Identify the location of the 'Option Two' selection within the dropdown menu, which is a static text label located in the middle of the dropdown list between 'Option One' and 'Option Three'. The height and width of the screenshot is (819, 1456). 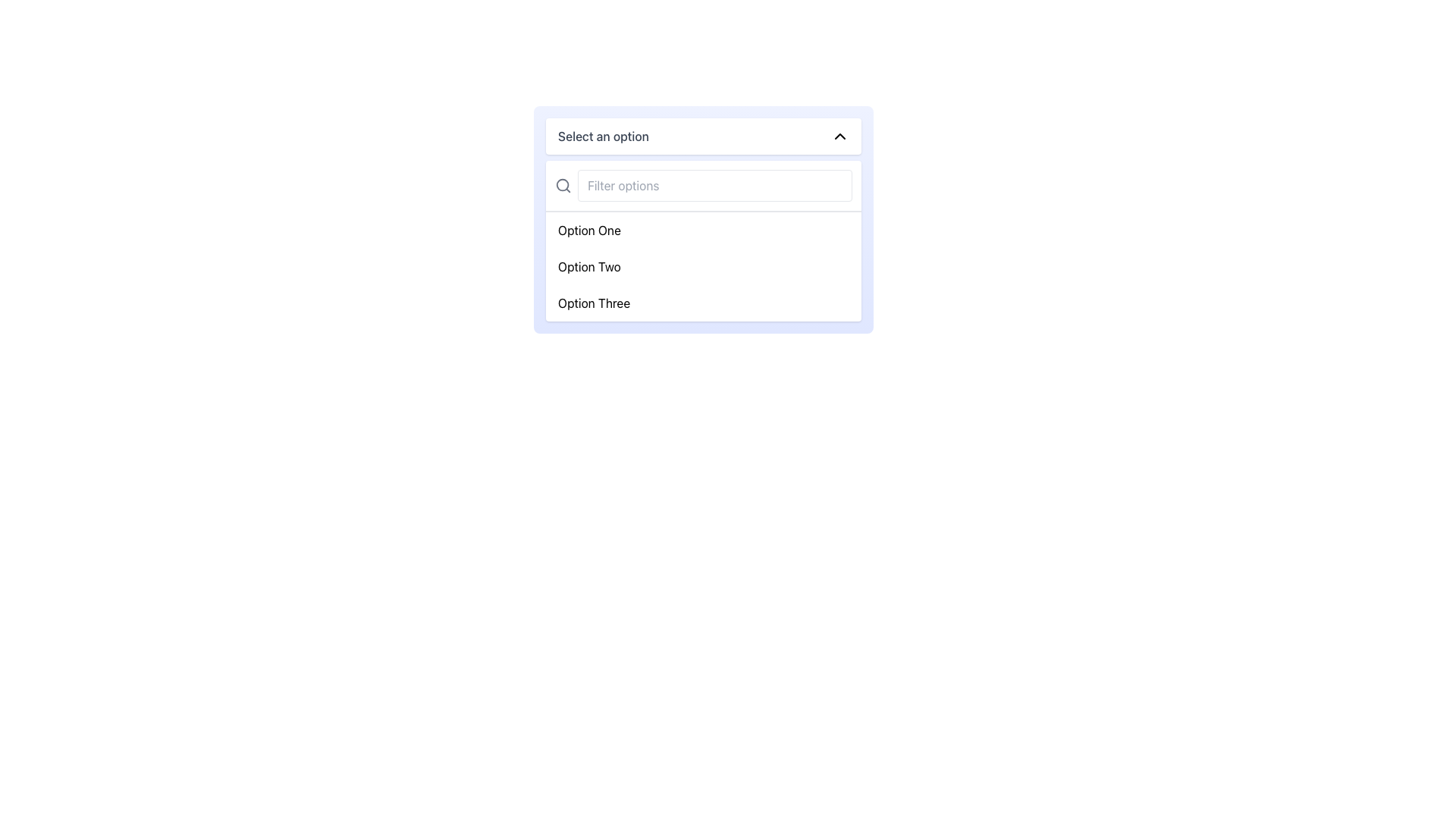
(588, 265).